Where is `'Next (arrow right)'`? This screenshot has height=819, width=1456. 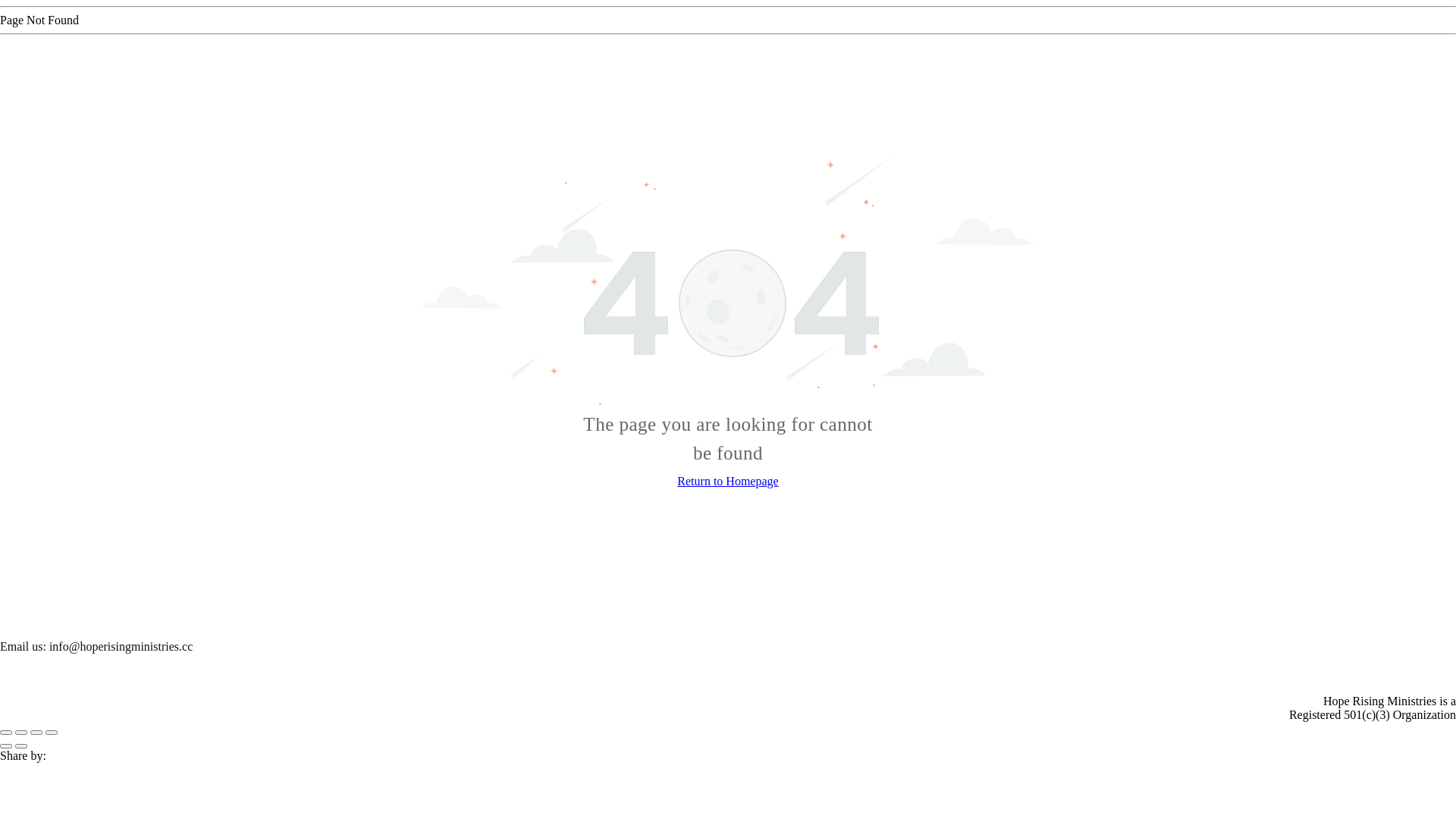
'Next (arrow right)' is located at coordinates (21, 745).